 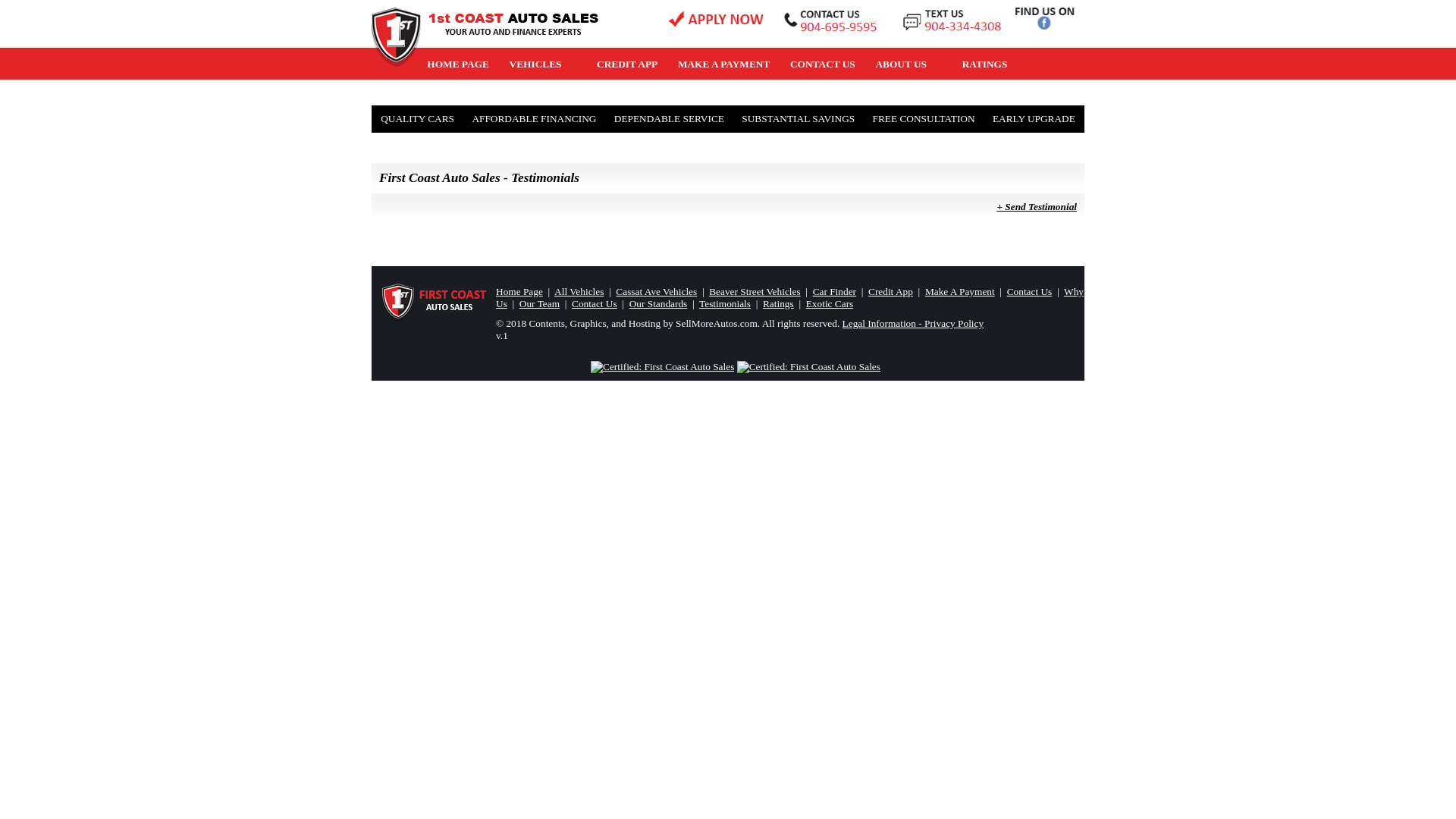 What do you see at coordinates (627, 63) in the screenshot?
I see `'CREDIT APP'` at bounding box center [627, 63].